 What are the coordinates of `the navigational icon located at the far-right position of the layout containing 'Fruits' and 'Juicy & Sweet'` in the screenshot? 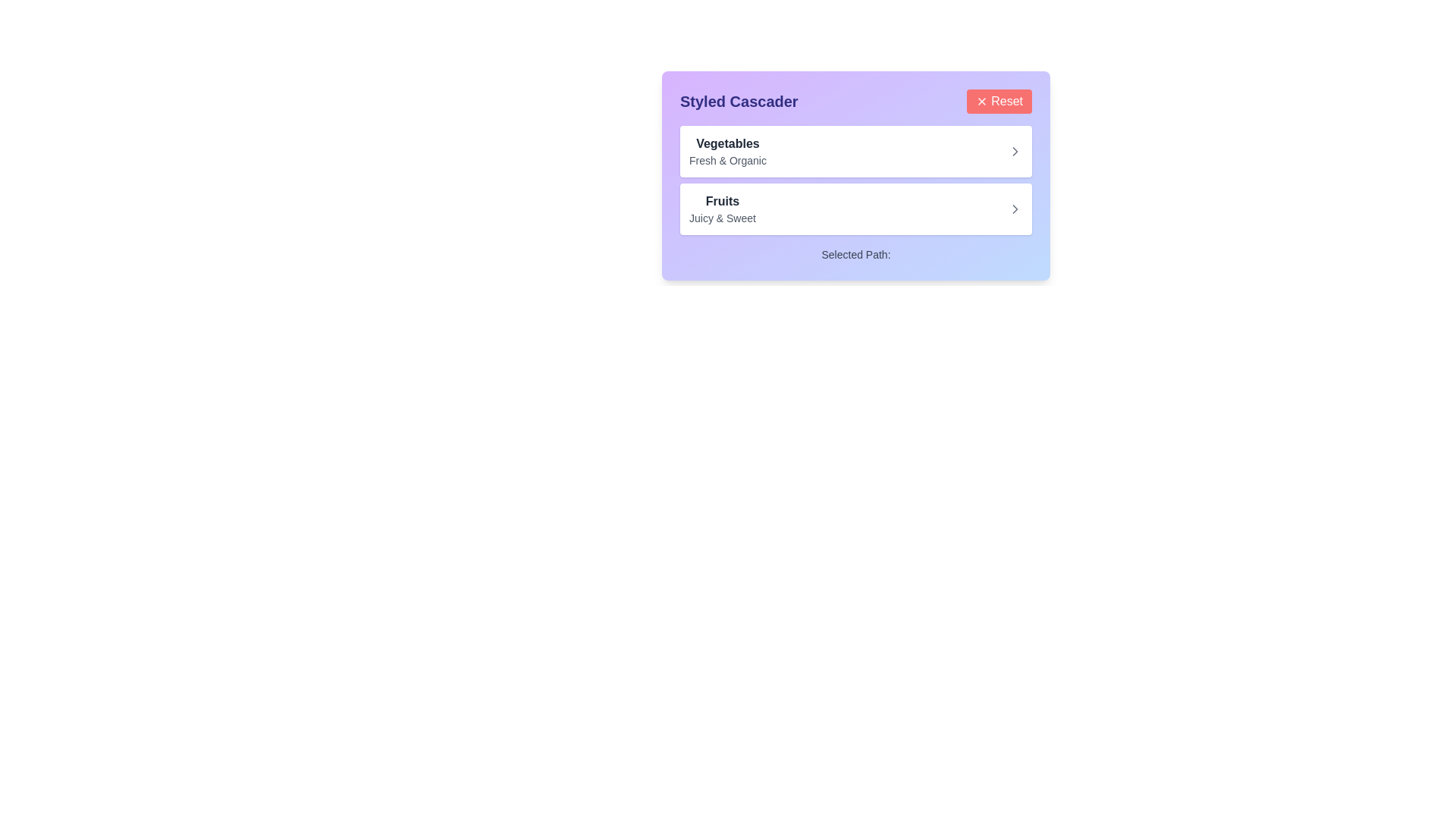 It's located at (1015, 209).